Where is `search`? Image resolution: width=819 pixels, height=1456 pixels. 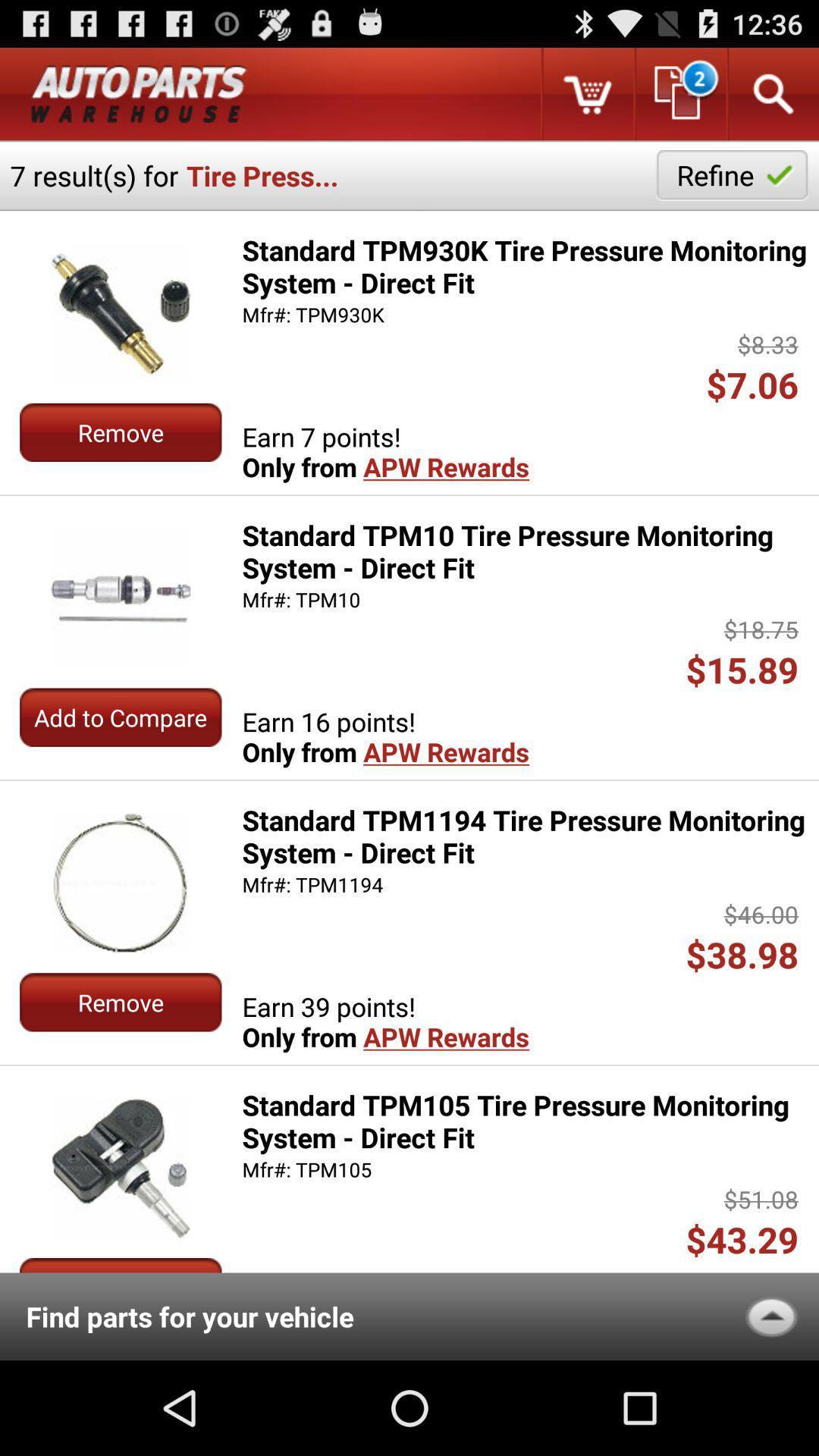 search is located at coordinates (772, 93).